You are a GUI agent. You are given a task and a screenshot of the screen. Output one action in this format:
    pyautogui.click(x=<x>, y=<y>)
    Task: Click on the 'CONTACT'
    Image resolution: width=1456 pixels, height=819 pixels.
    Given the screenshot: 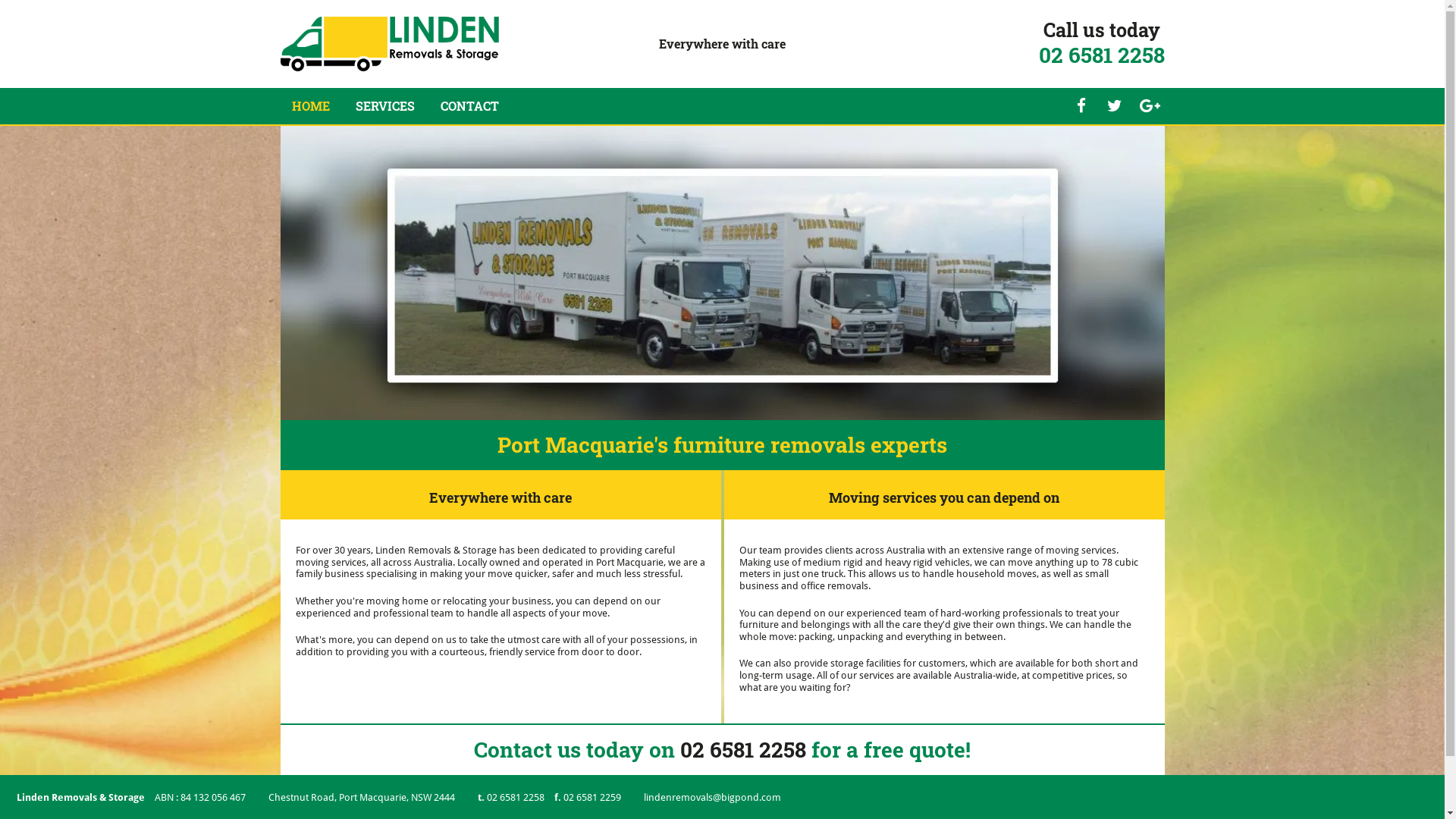 What is the action you would take?
    pyautogui.click(x=468, y=105)
    